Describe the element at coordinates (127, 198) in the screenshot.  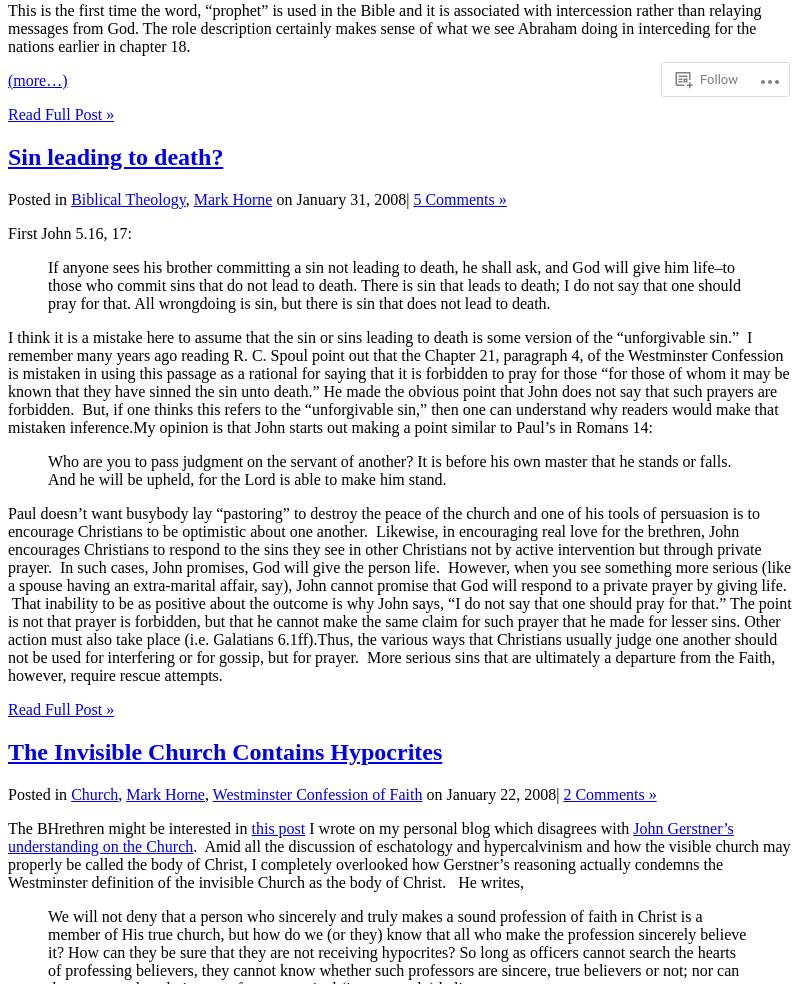
I see `'Biblical Theology'` at that location.